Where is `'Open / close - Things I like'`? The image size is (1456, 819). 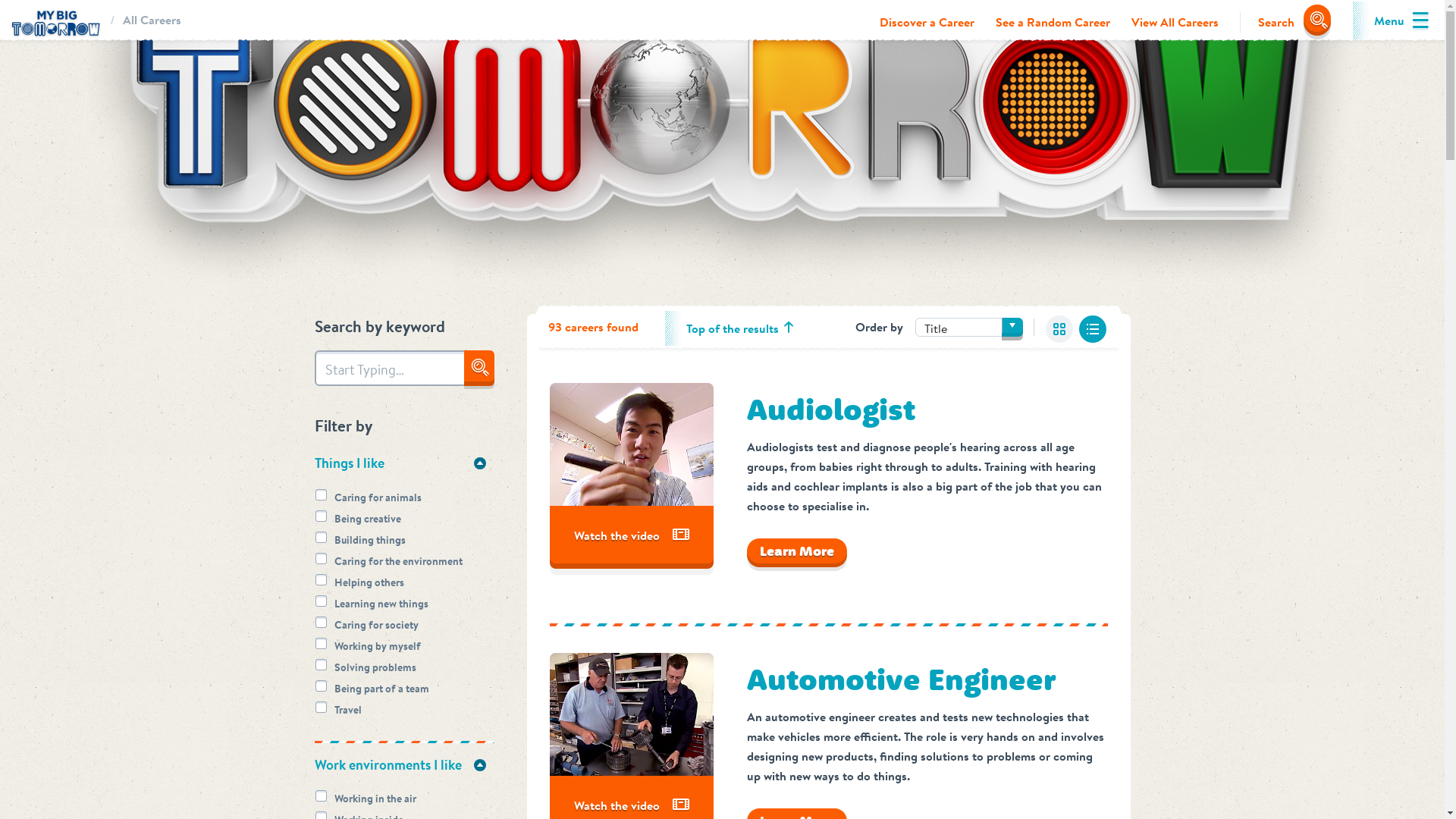
'Open / close - Things I like' is located at coordinates (479, 462).